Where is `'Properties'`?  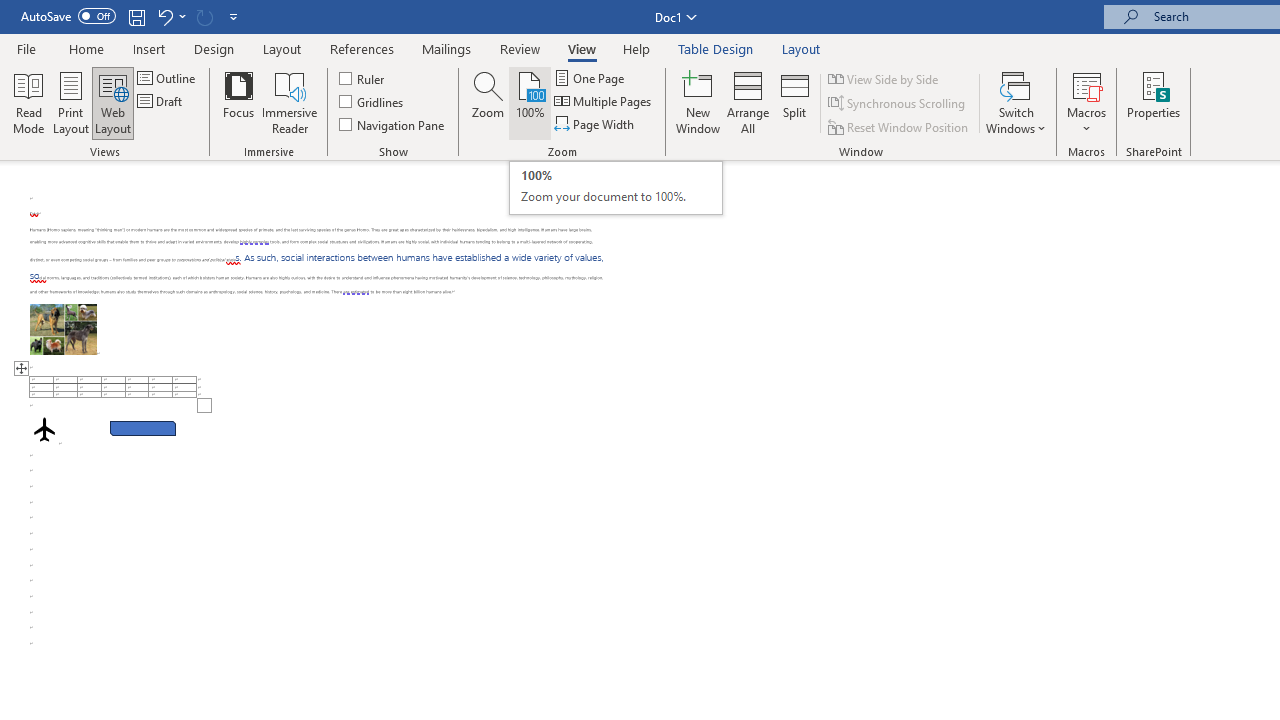
'Properties' is located at coordinates (1153, 103).